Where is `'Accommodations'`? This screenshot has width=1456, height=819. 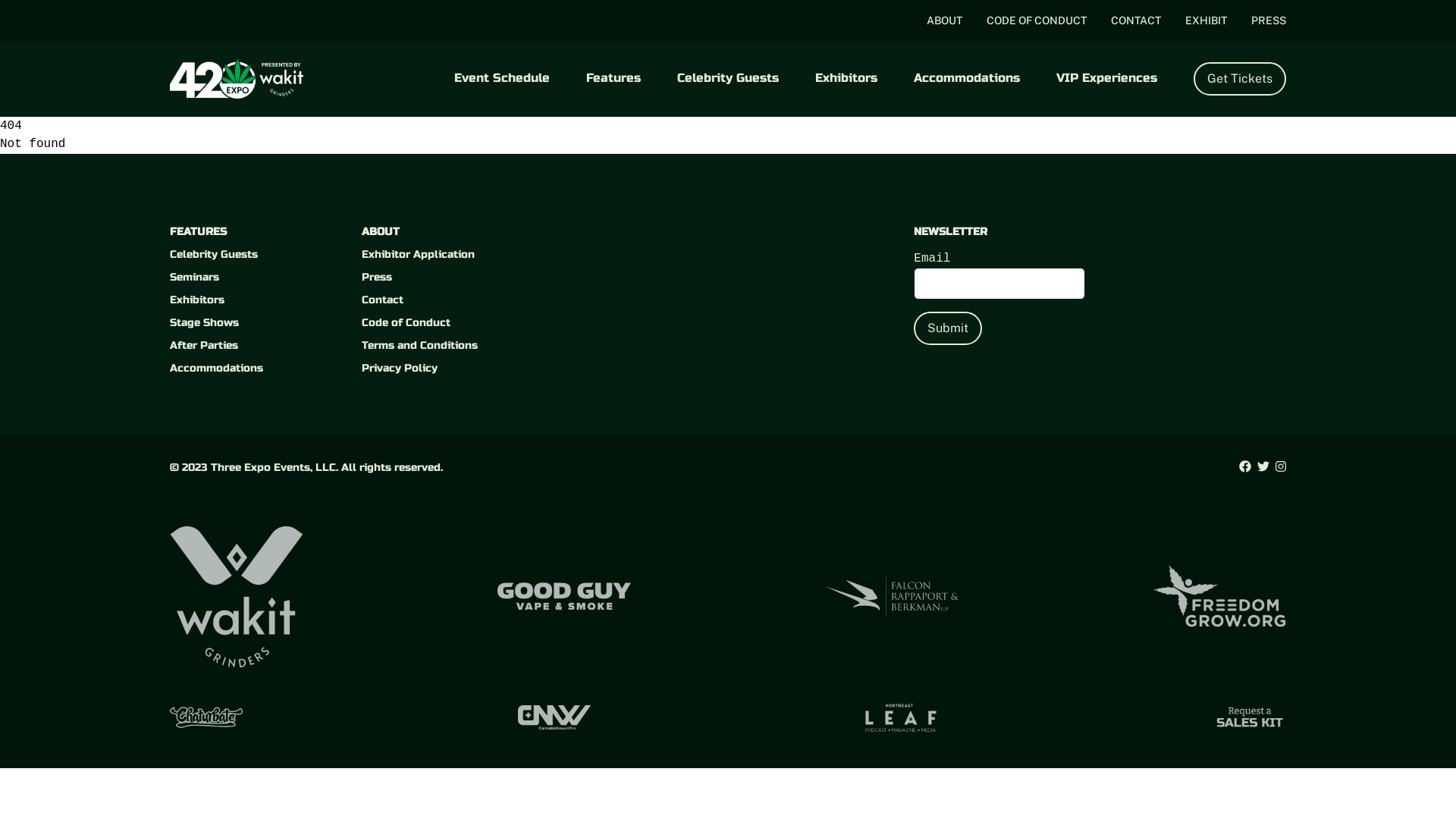 'Accommodations' is located at coordinates (966, 77).